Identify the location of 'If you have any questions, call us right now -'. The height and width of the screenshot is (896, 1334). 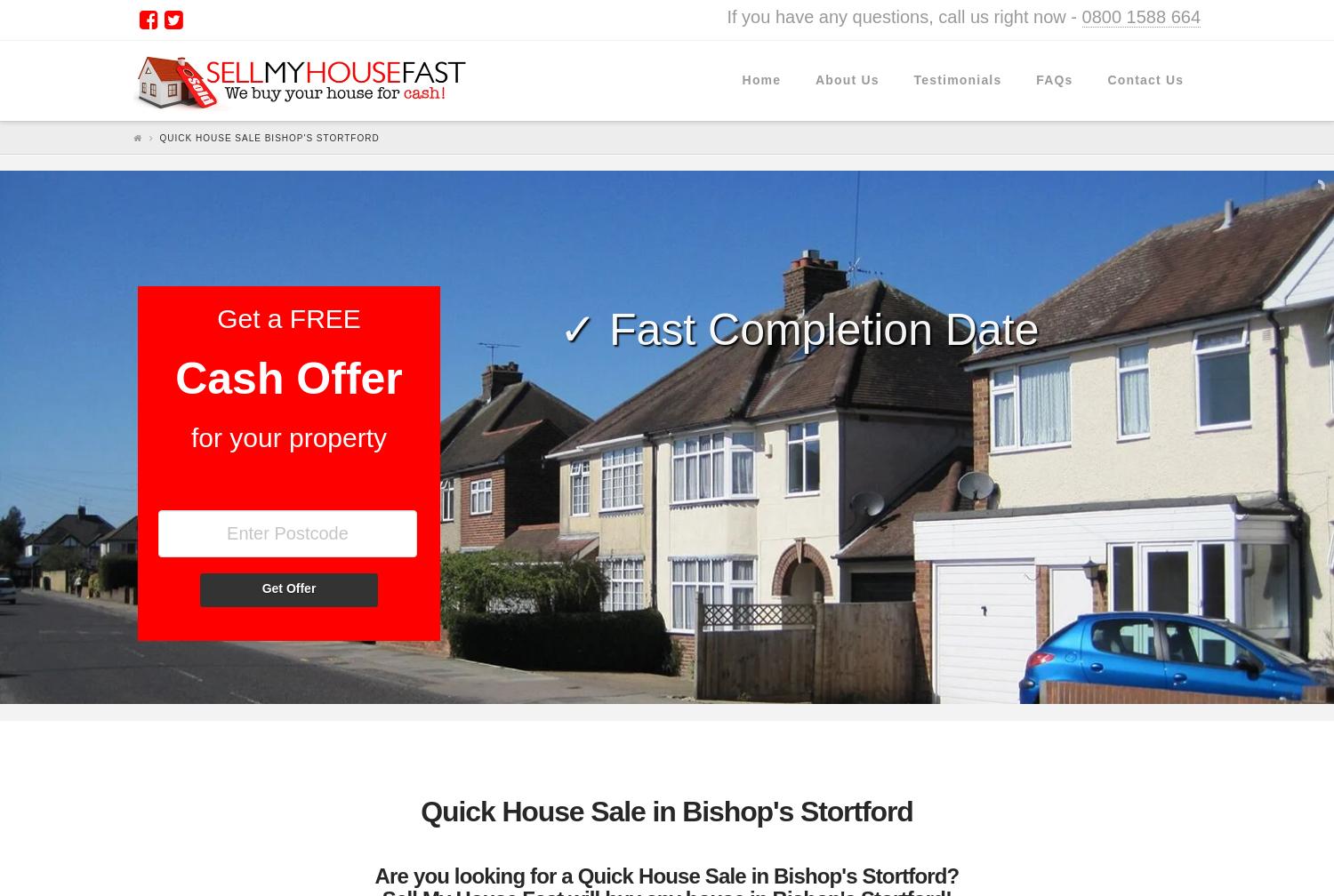
(904, 16).